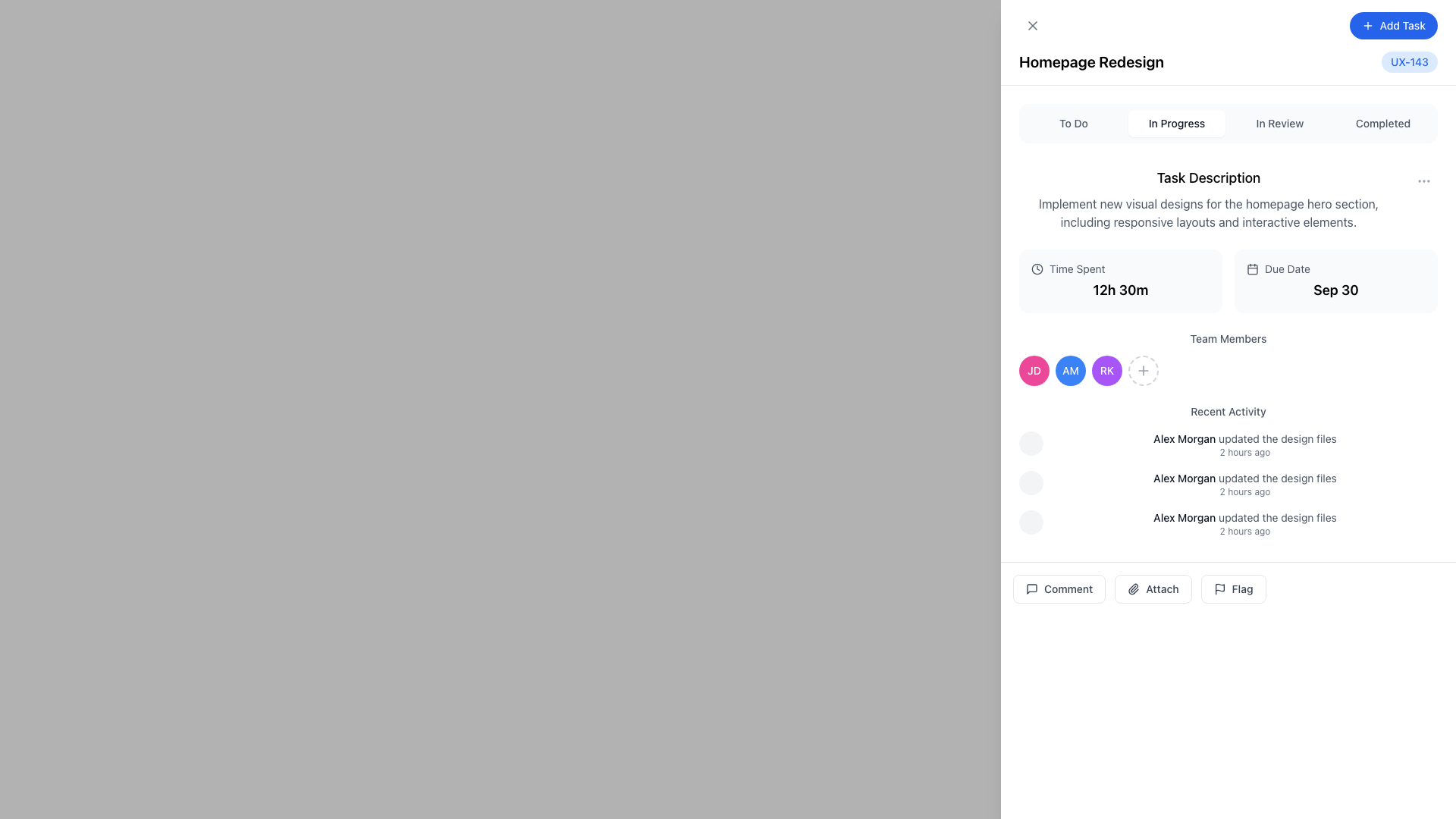 The height and width of the screenshot is (819, 1456). Describe the element at coordinates (1228, 522) in the screenshot. I see `the user name 'Alex Morgan' in the activity log entry, which is displayed in bold font, located in the 'Recent Activity' section` at that location.